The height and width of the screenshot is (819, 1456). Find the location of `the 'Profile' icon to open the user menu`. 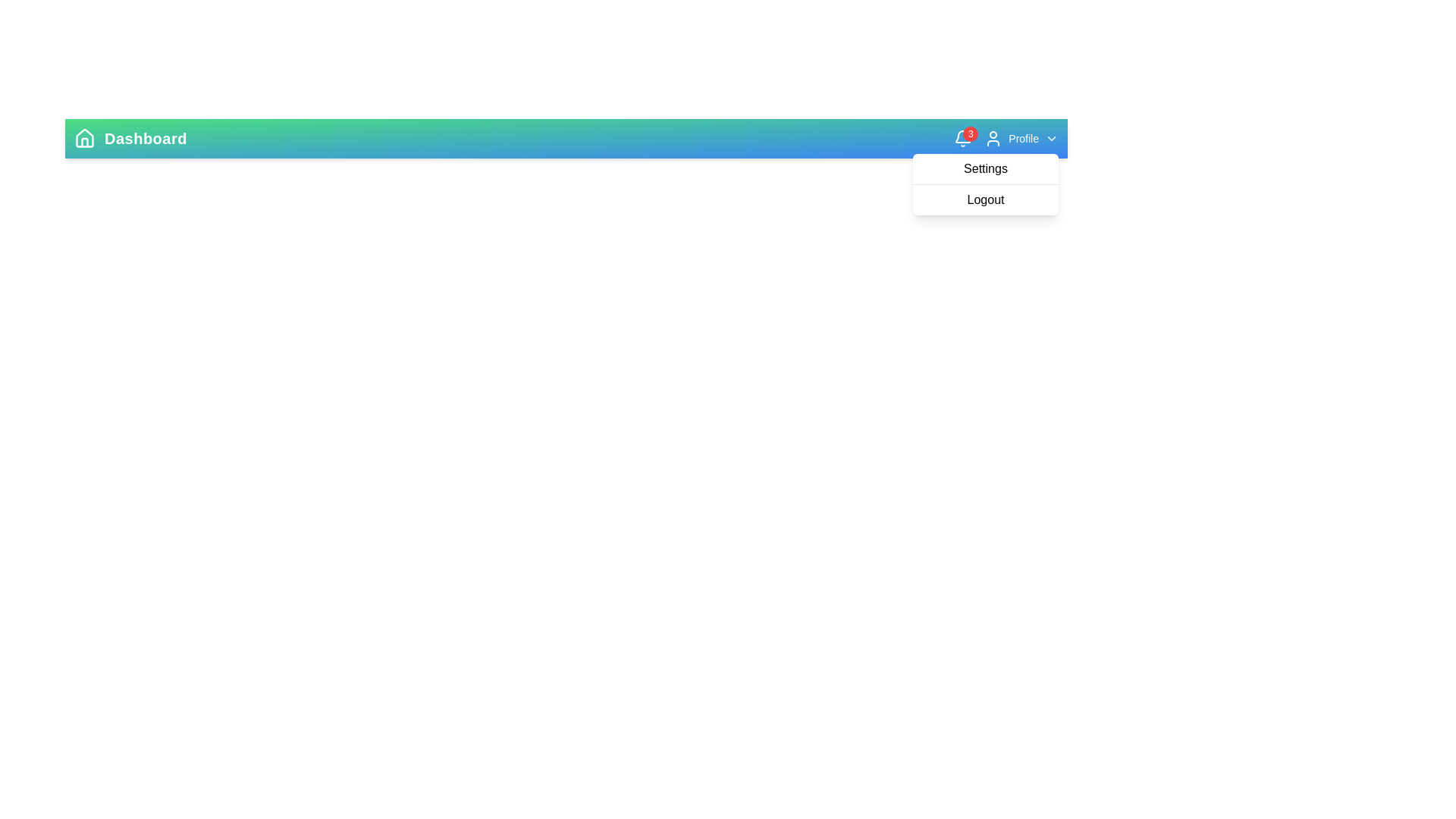

the 'Profile' icon to open the user menu is located at coordinates (993, 138).